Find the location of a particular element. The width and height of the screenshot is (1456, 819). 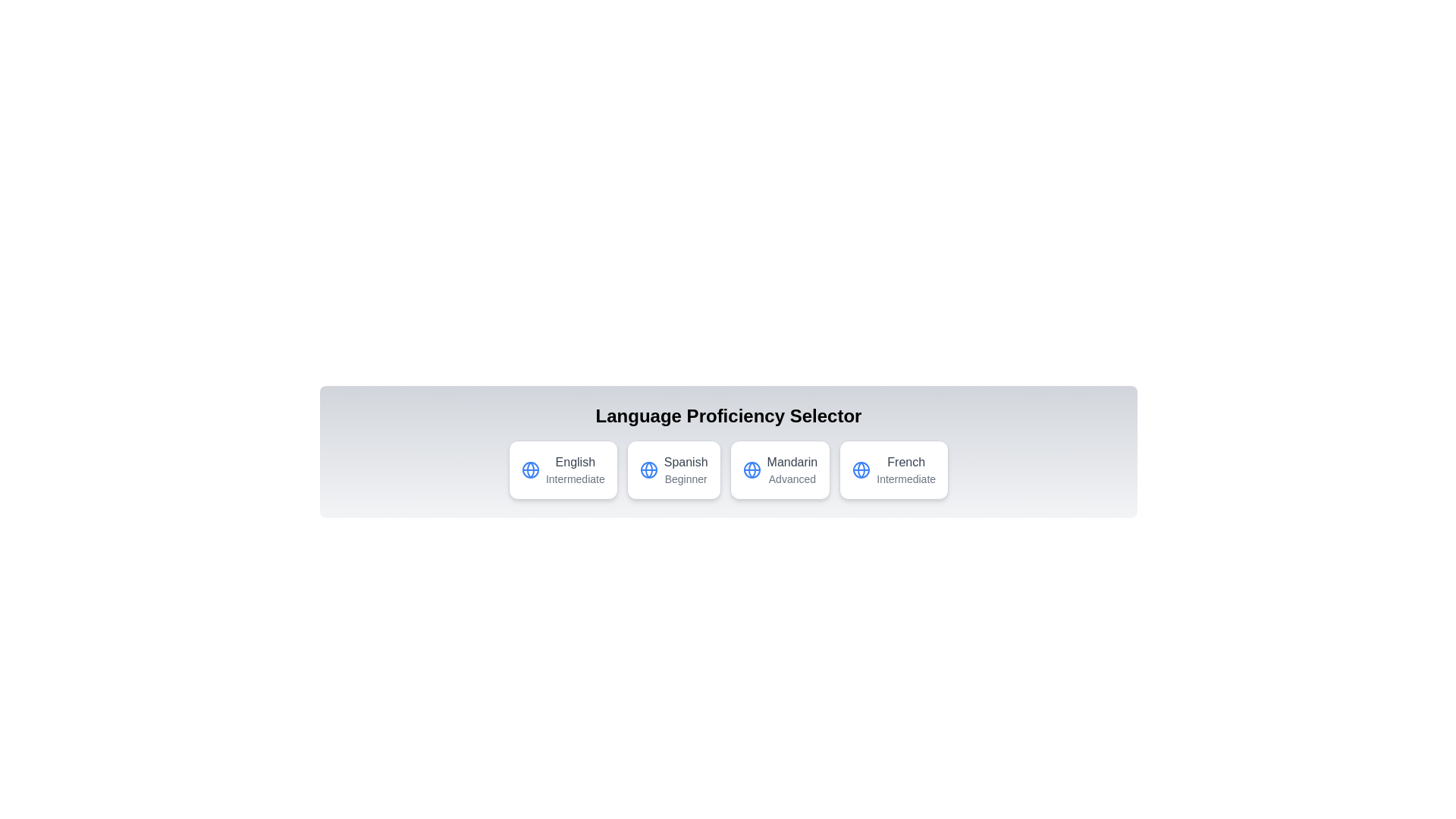

the card representing the language Spanish to cycle its proficiency level is located at coordinates (673, 469).